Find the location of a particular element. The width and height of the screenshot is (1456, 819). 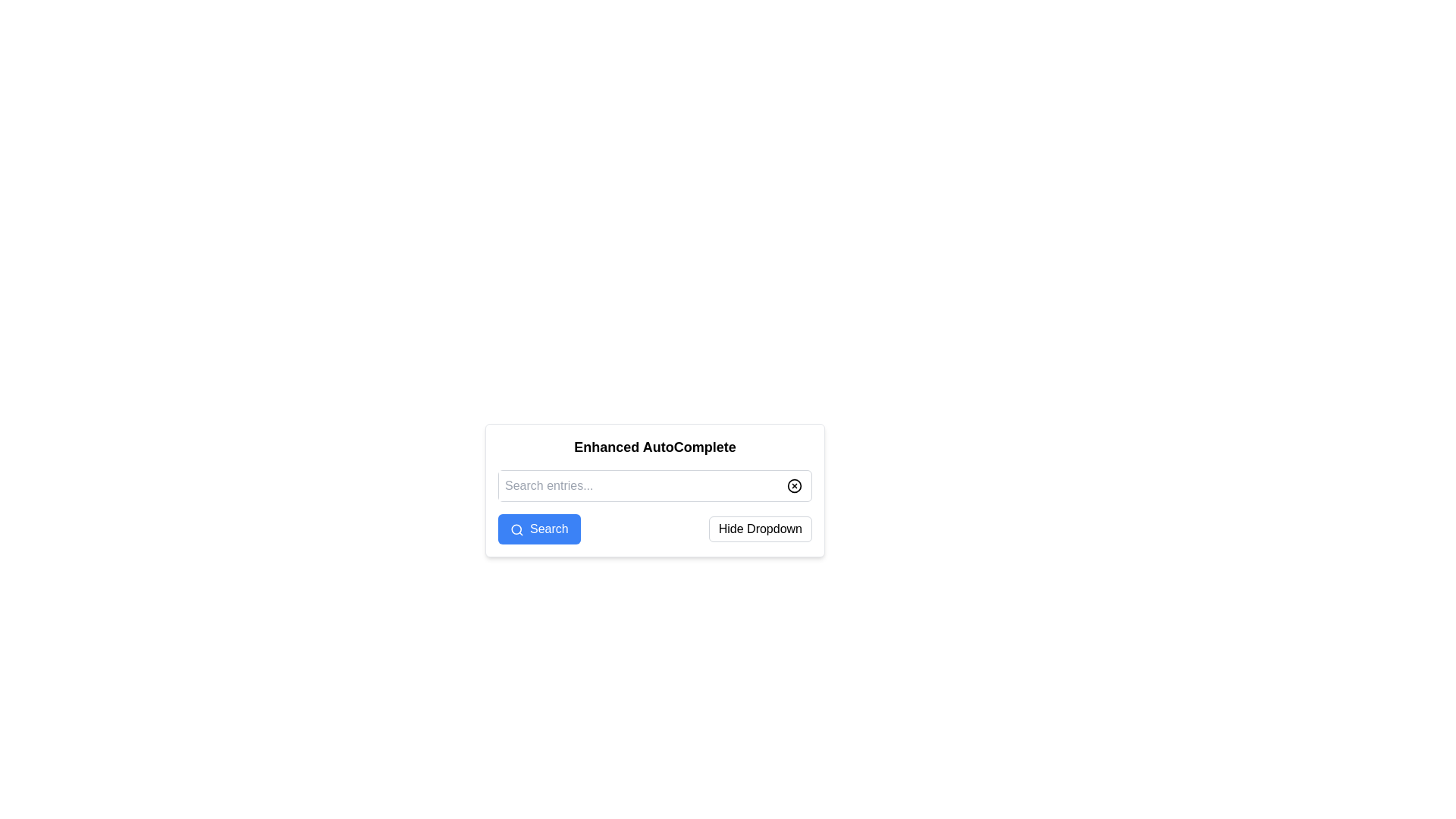

the magnifying glass SVG icon located on the left side of the 'Search' button in the lower part of the interface is located at coordinates (516, 529).